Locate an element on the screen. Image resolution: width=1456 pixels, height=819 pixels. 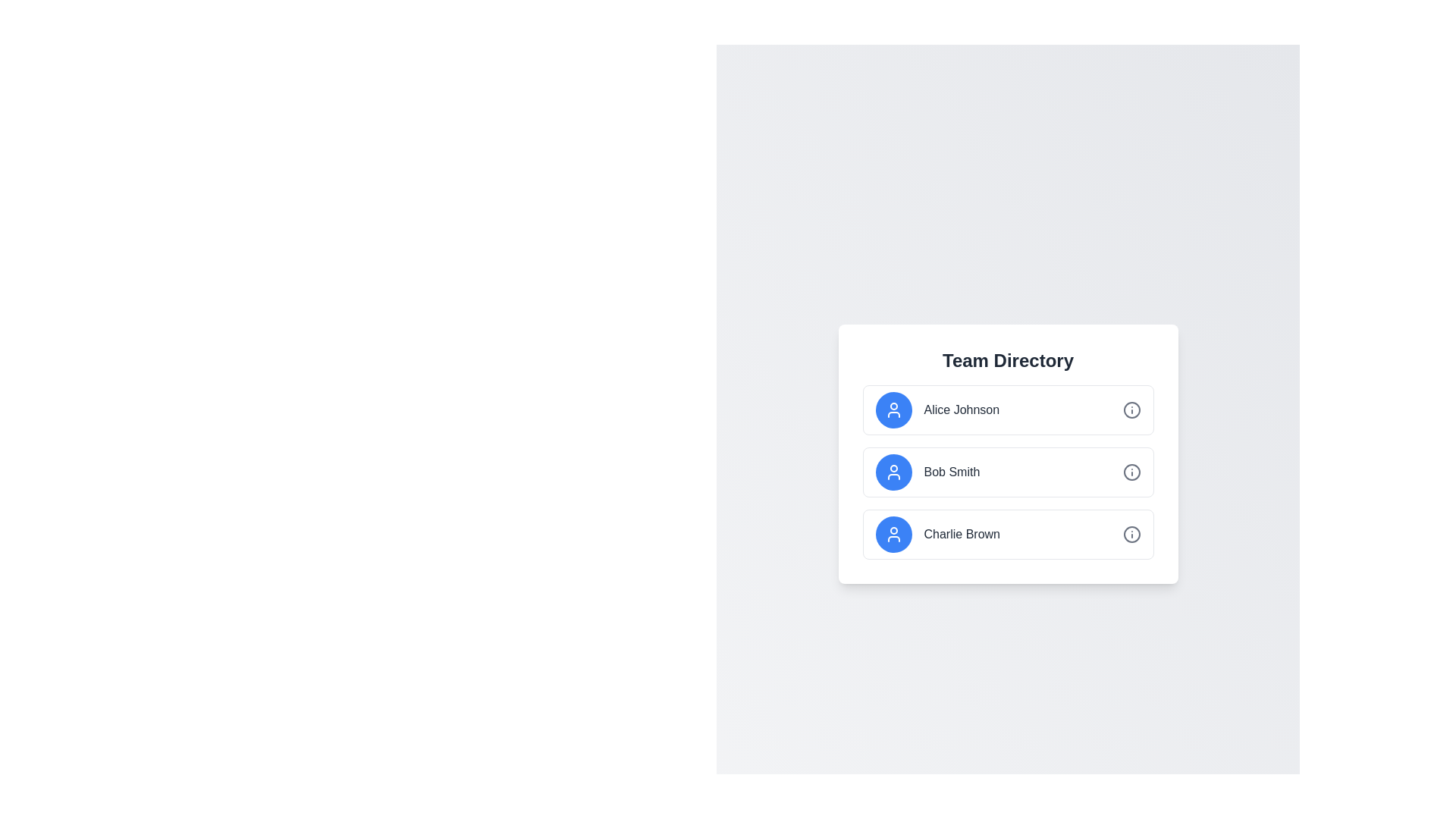
the user profile icon for 'Charlie Brown' in the 'Team Directory', which is the third item in the list is located at coordinates (893, 534).